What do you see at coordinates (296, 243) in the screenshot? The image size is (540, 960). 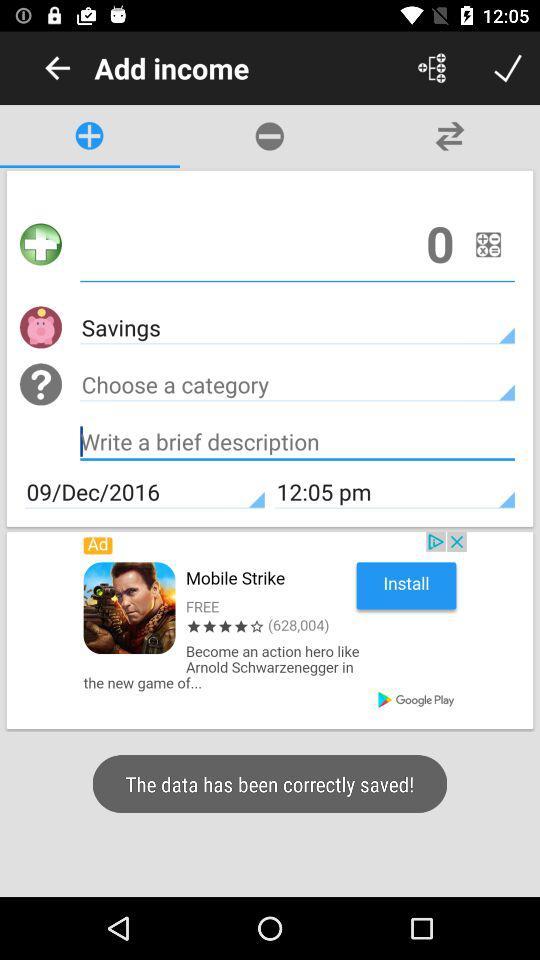 I see `income` at bounding box center [296, 243].